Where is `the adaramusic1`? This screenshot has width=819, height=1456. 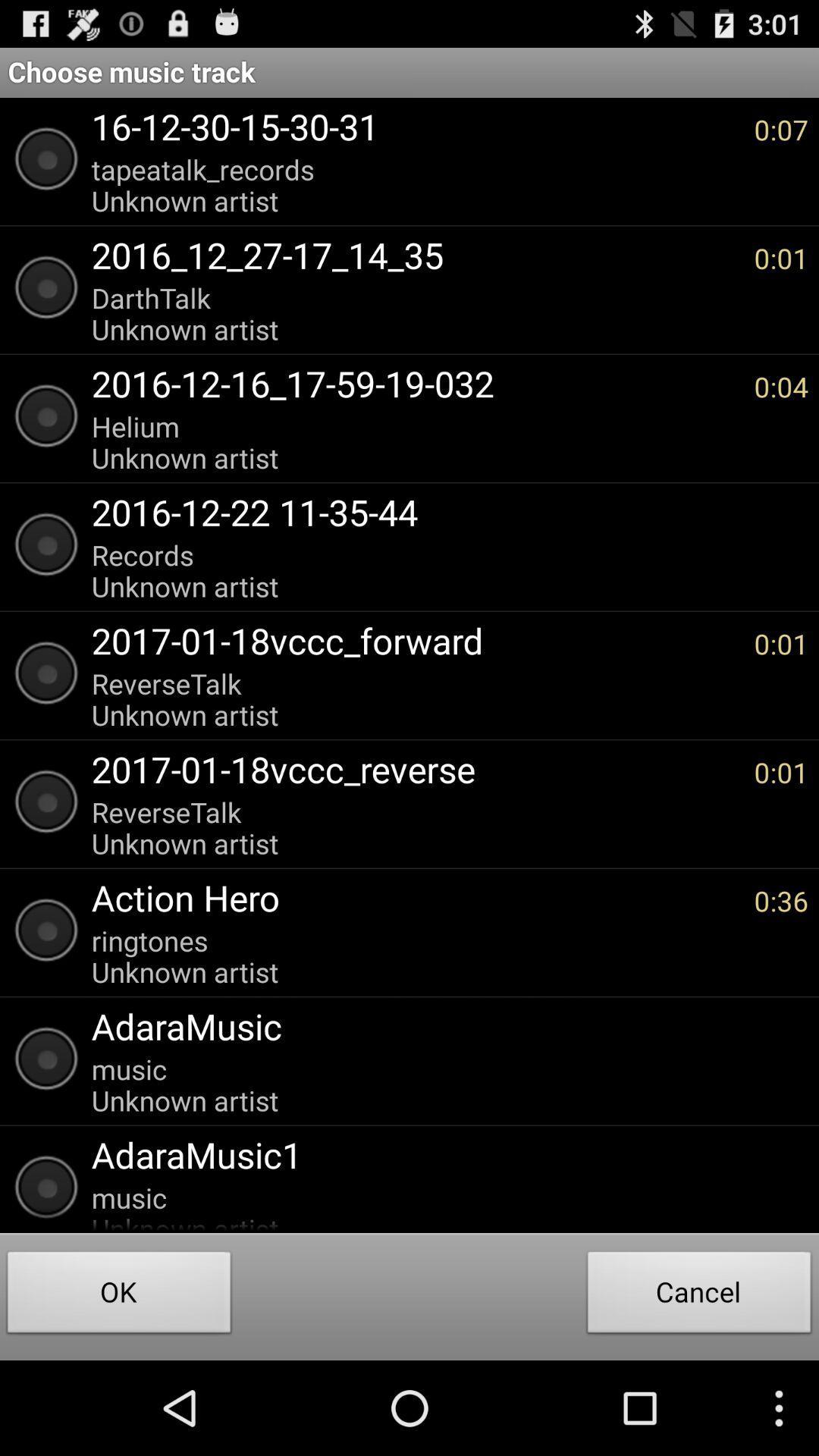 the adaramusic1 is located at coordinates (442, 1153).